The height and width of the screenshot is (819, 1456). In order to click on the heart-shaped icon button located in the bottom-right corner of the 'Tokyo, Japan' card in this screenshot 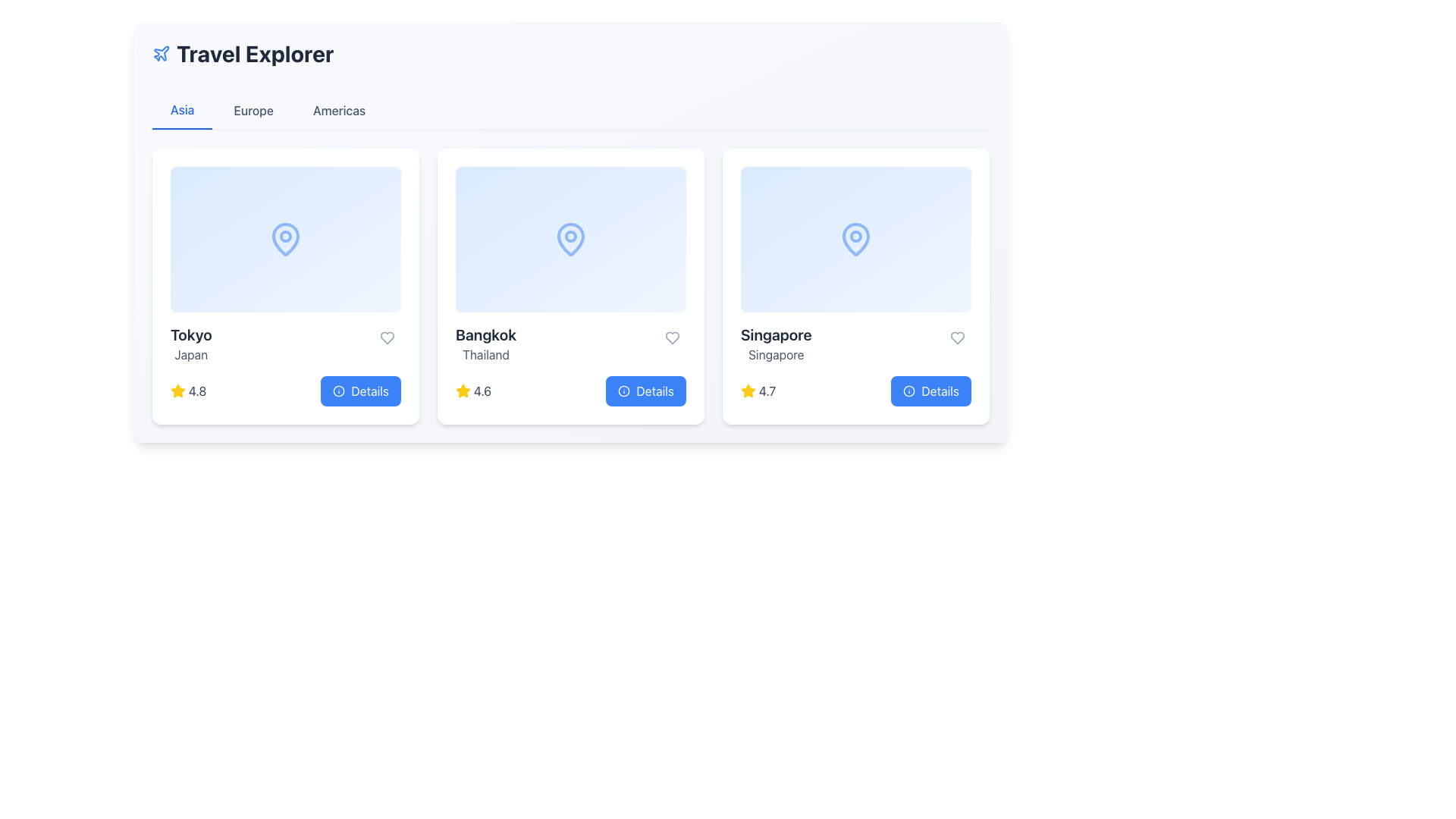, I will do `click(387, 337)`.